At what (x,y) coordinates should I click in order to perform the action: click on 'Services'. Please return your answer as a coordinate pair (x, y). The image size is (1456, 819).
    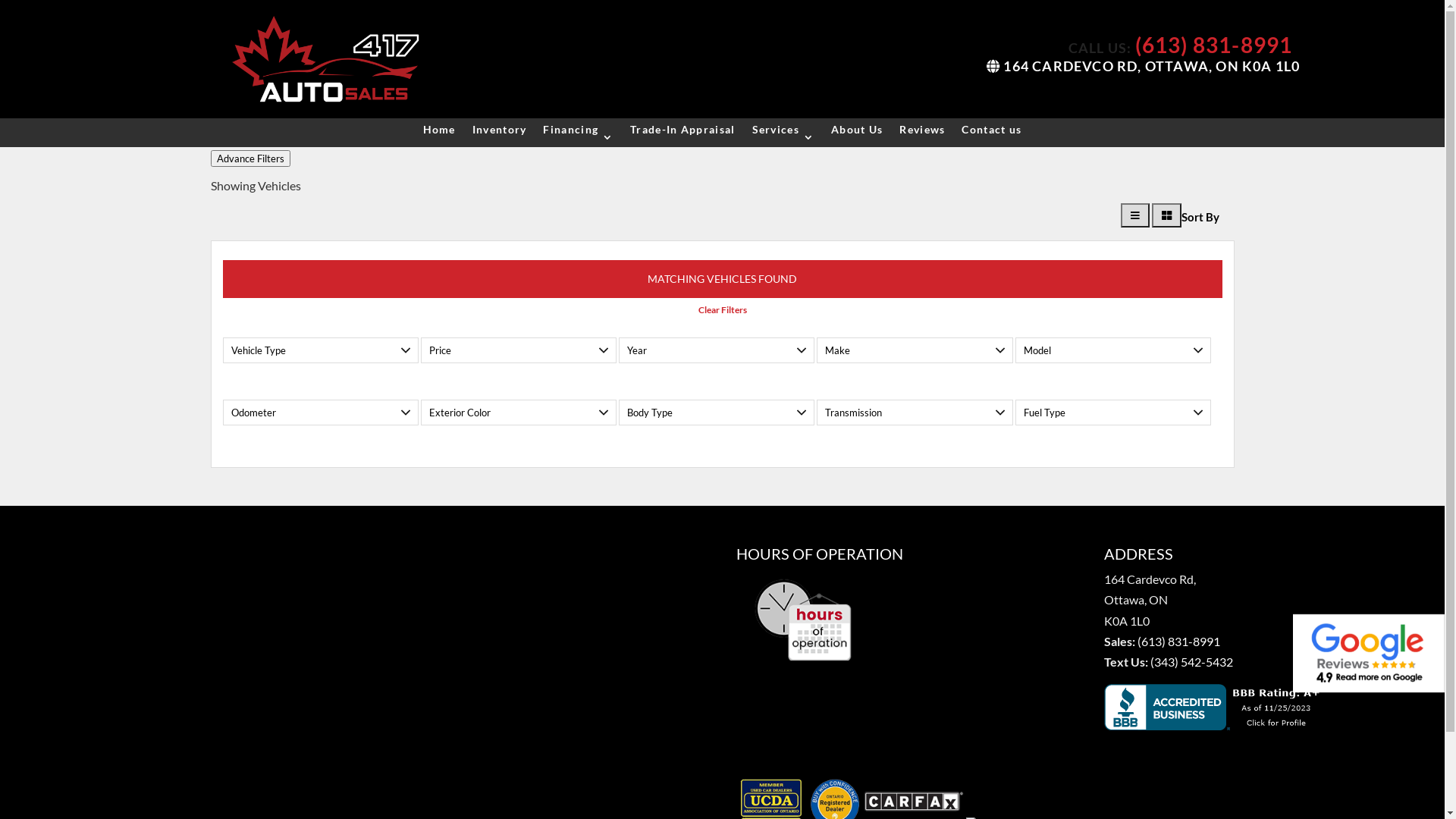
    Looking at the image, I should click on (783, 131).